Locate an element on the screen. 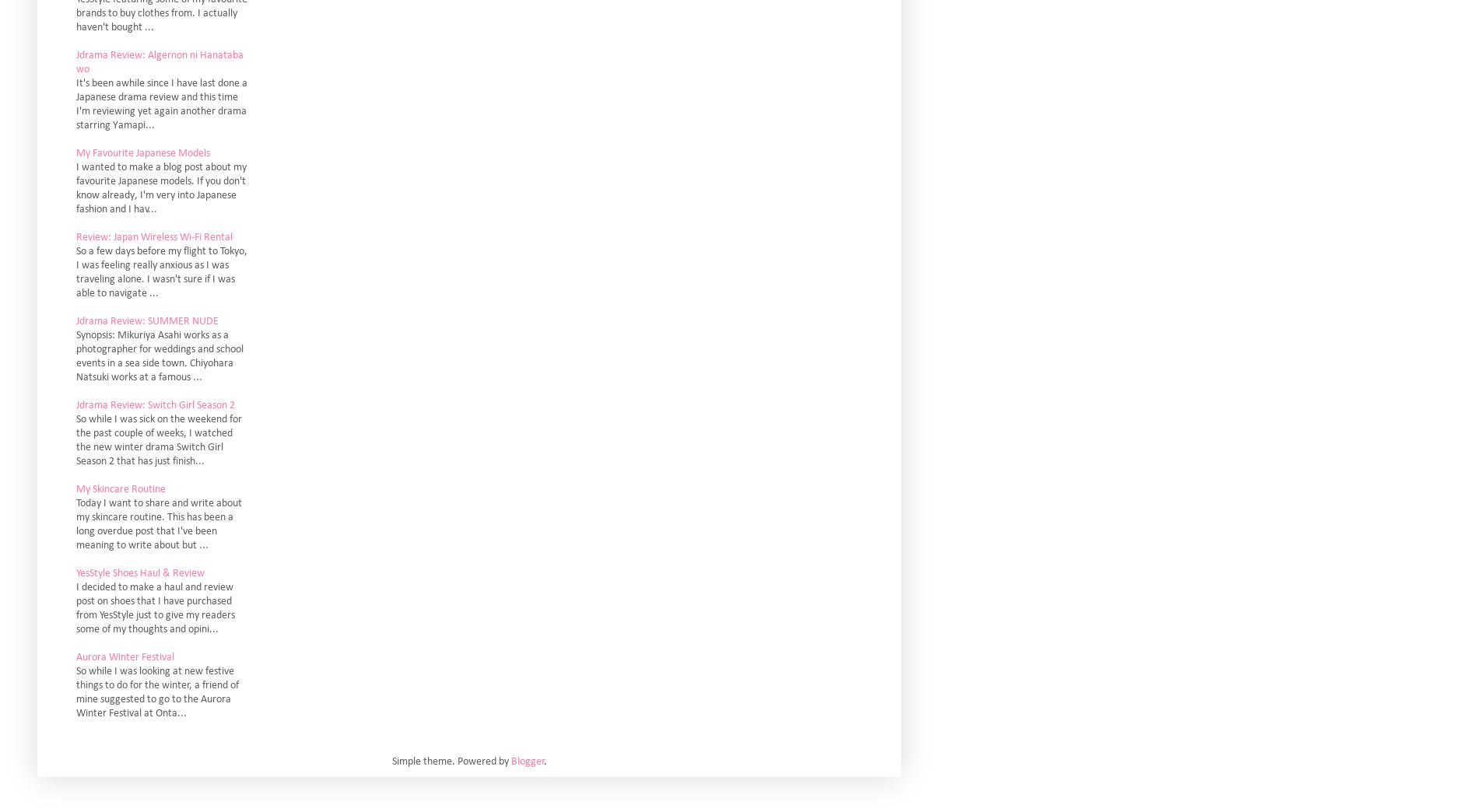 Image resolution: width=1477 pixels, height=812 pixels. 'Aurora Winter Festival' is located at coordinates (124, 656).